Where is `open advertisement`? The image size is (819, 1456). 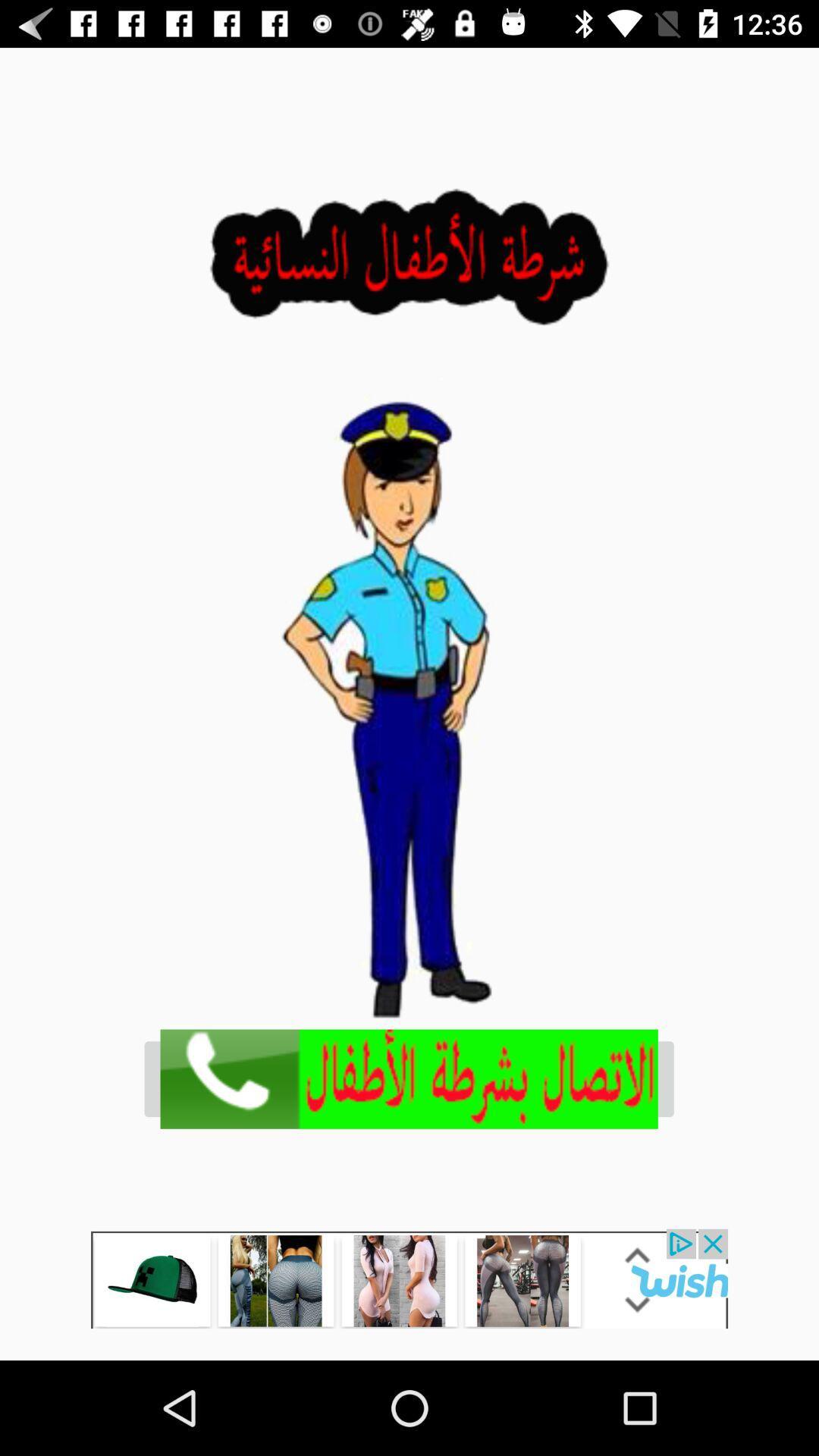
open advertisement is located at coordinates (408, 1078).